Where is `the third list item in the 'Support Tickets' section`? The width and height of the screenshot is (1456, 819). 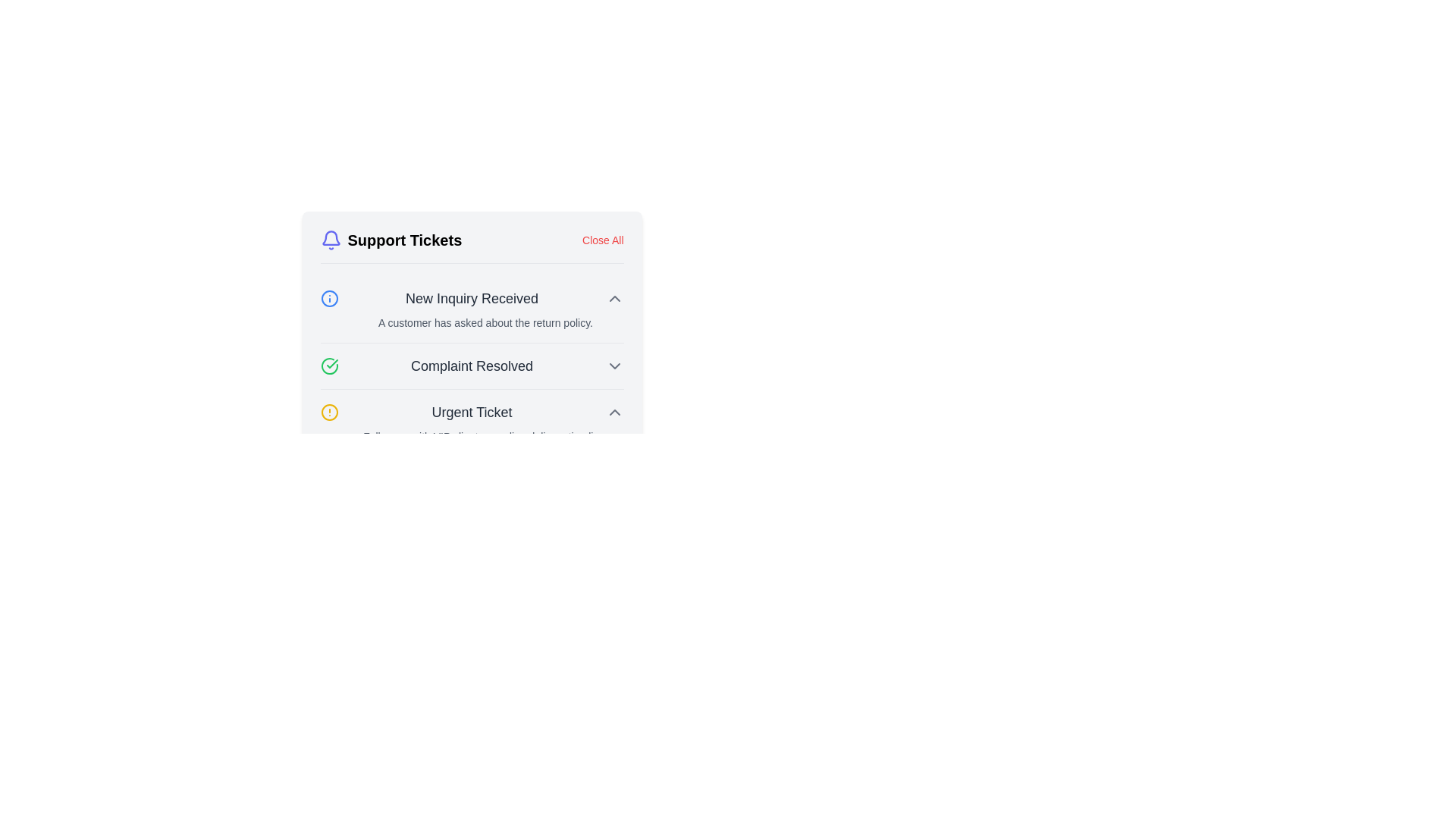
the third list item in the 'Support Tickets' section is located at coordinates (471, 422).